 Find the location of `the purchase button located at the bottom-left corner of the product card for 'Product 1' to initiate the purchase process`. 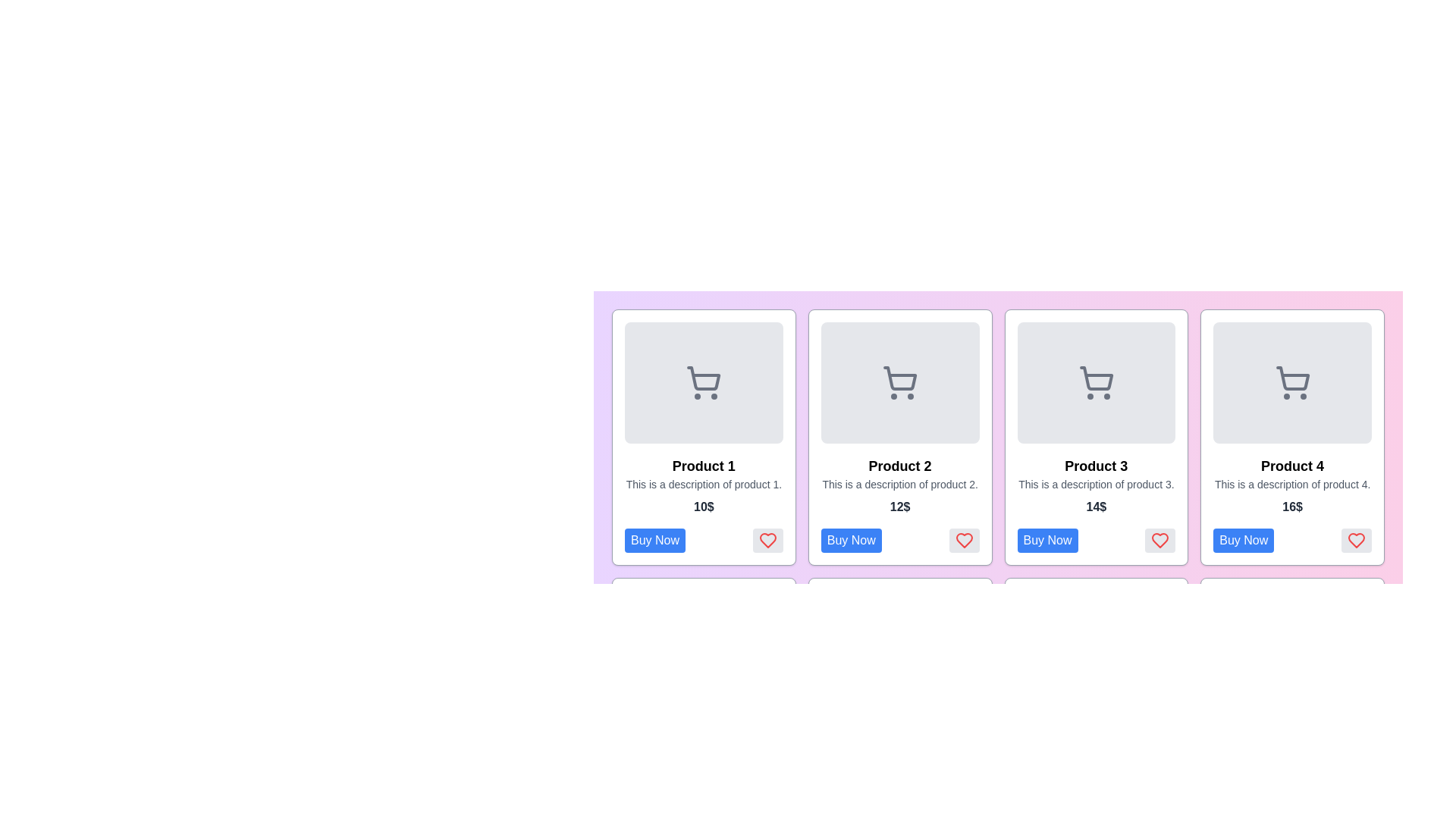

the purchase button located at the bottom-left corner of the product card for 'Product 1' to initiate the purchase process is located at coordinates (655, 540).